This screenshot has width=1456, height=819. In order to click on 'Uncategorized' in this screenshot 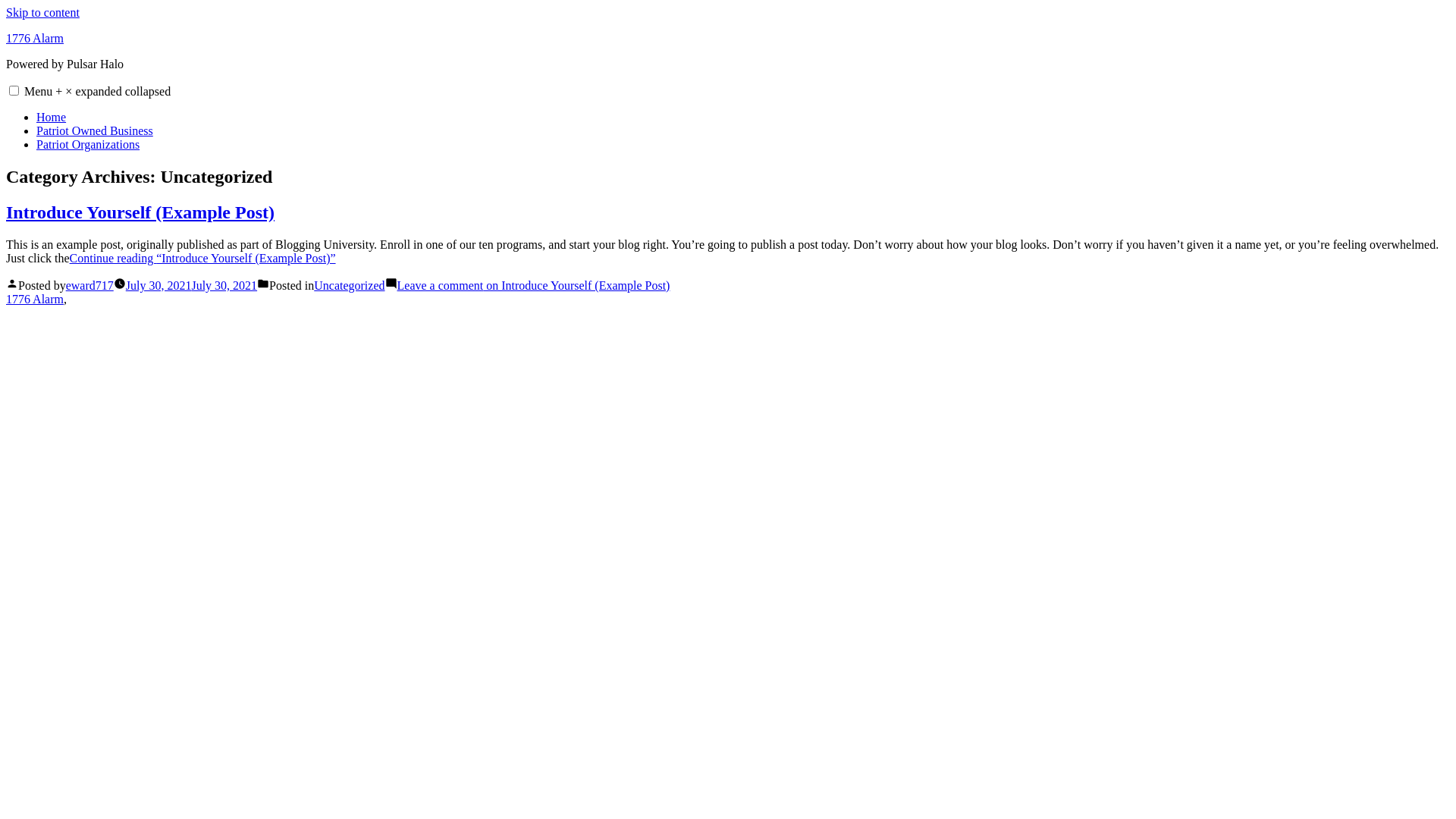, I will do `click(348, 285)`.